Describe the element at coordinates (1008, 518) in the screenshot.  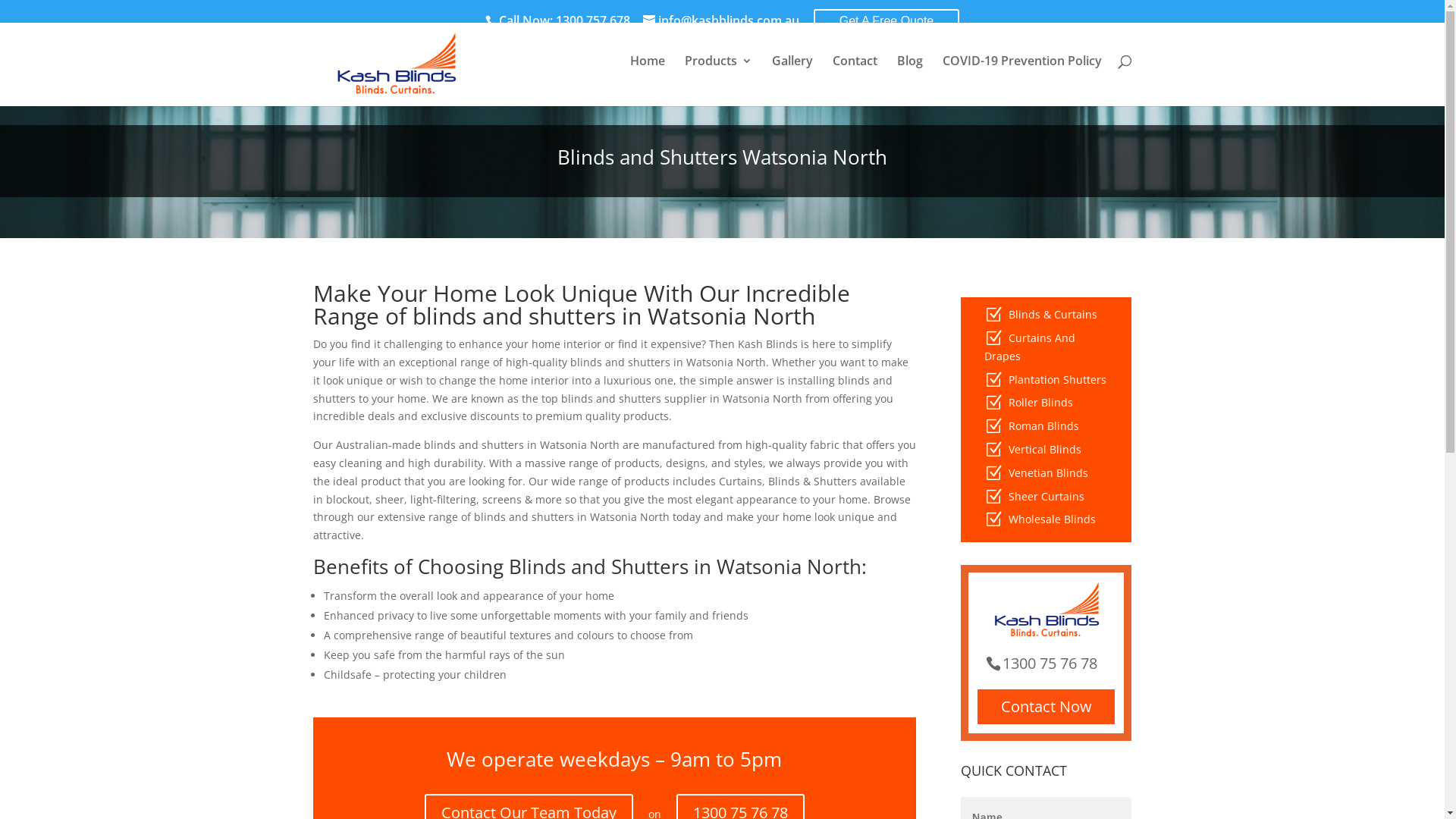
I see `'Wholesale Blinds'` at that location.